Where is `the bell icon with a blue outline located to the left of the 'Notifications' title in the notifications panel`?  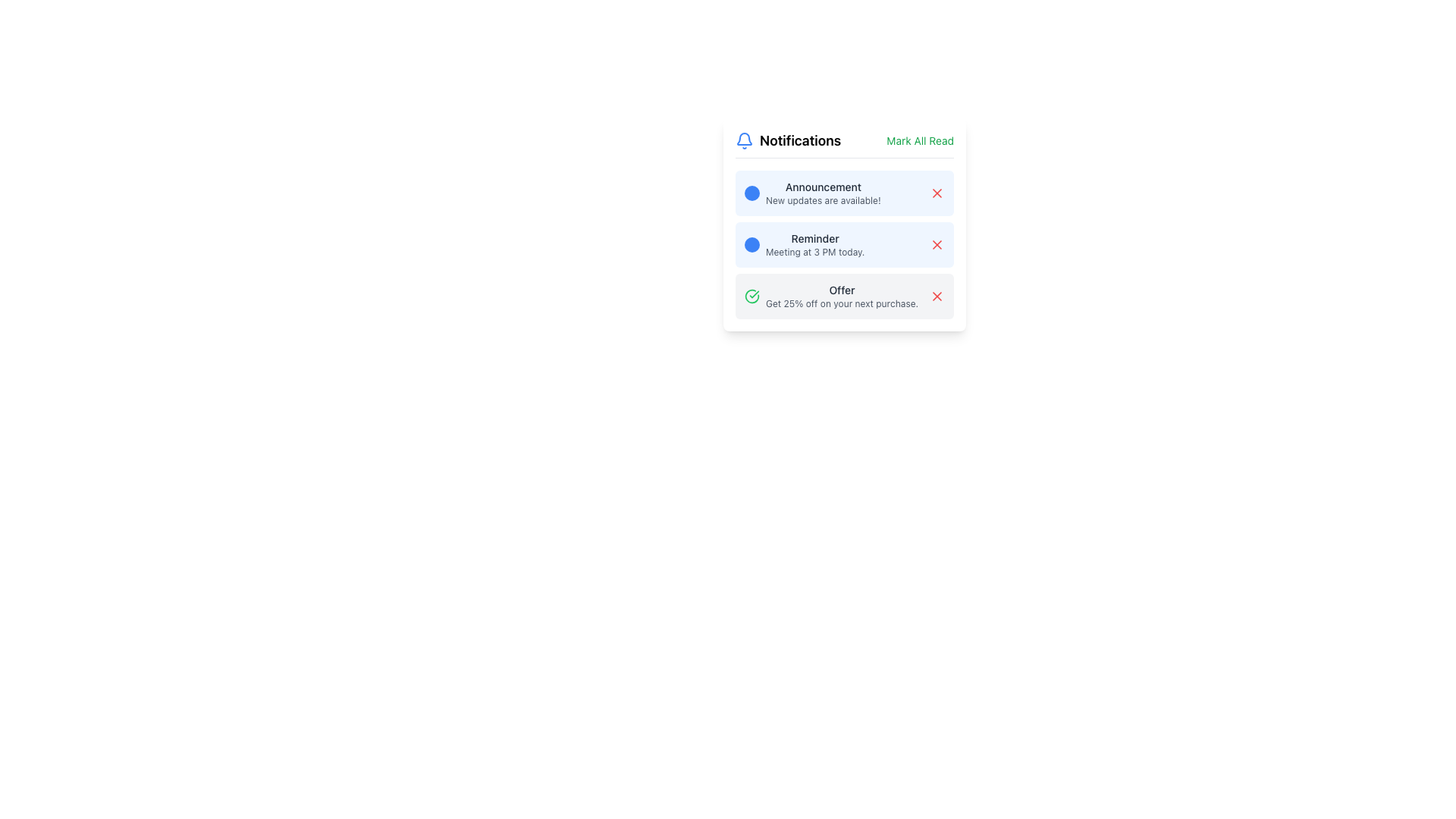 the bell icon with a blue outline located to the left of the 'Notifications' title in the notifications panel is located at coordinates (745, 140).